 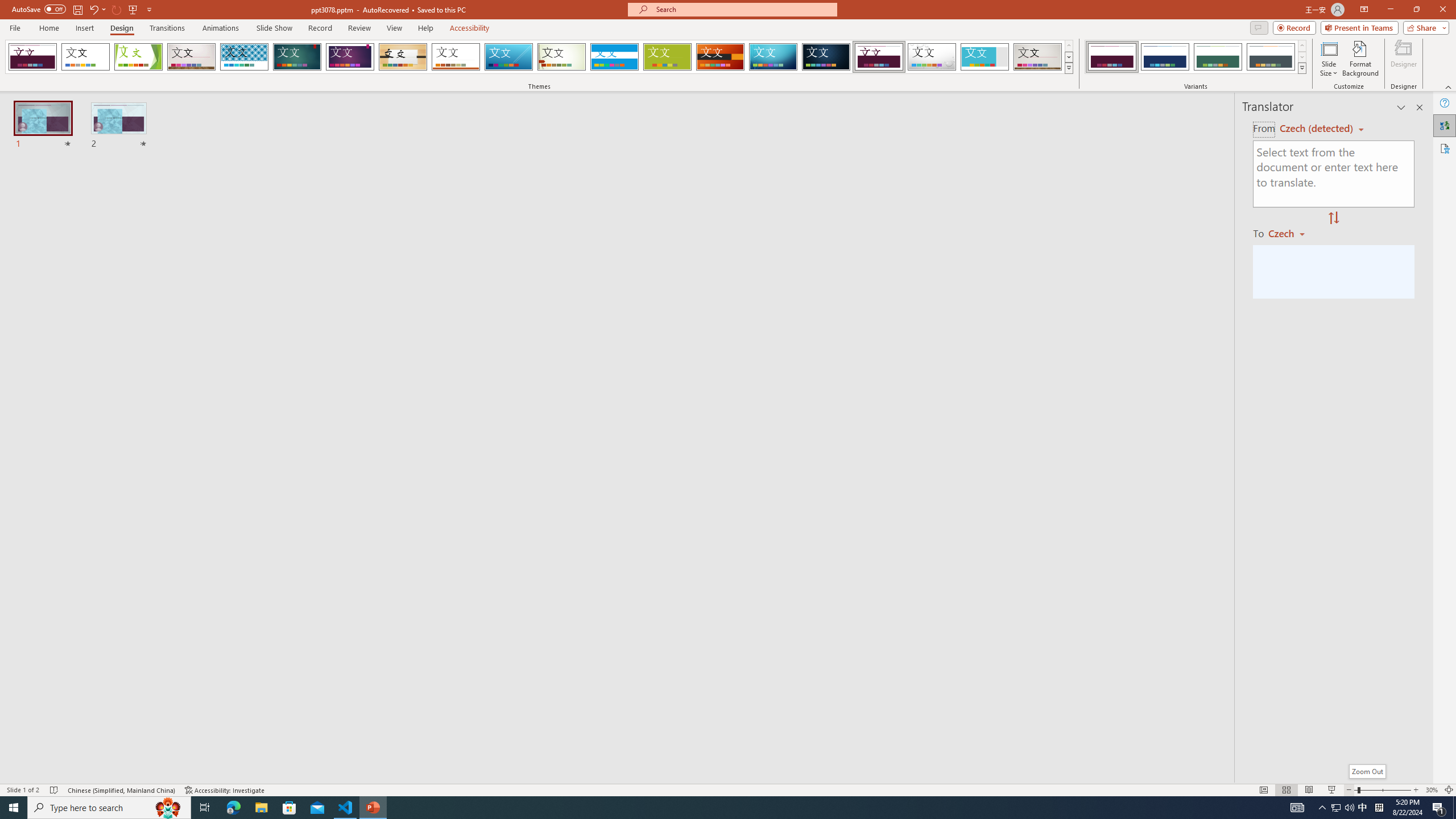 What do you see at coordinates (244, 56) in the screenshot?
I see `'Integral'` at bounding box center [244, 56].